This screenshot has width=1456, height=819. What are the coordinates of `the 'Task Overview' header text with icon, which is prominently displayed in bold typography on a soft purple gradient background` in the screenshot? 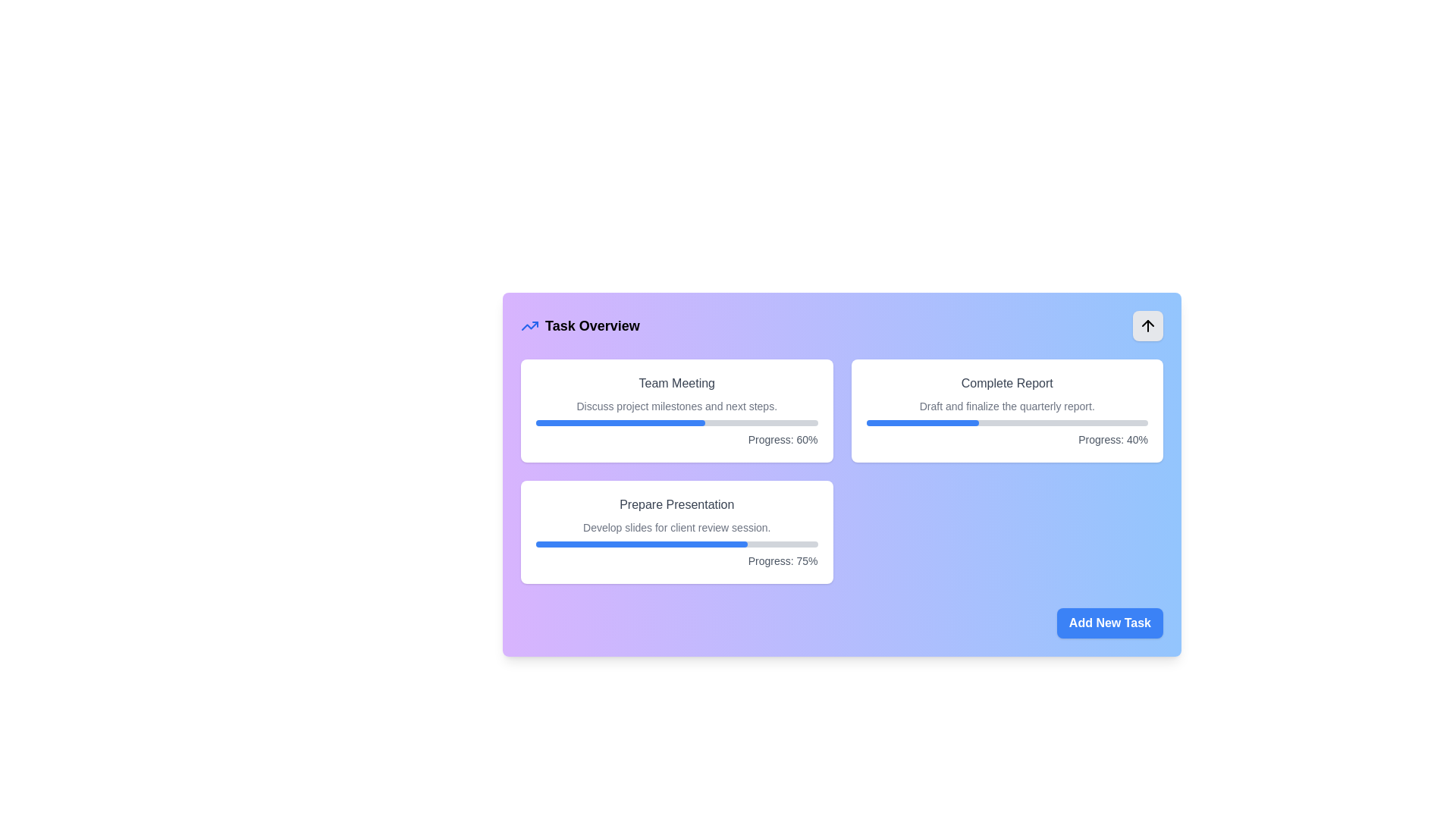 It's located at (579, 325).